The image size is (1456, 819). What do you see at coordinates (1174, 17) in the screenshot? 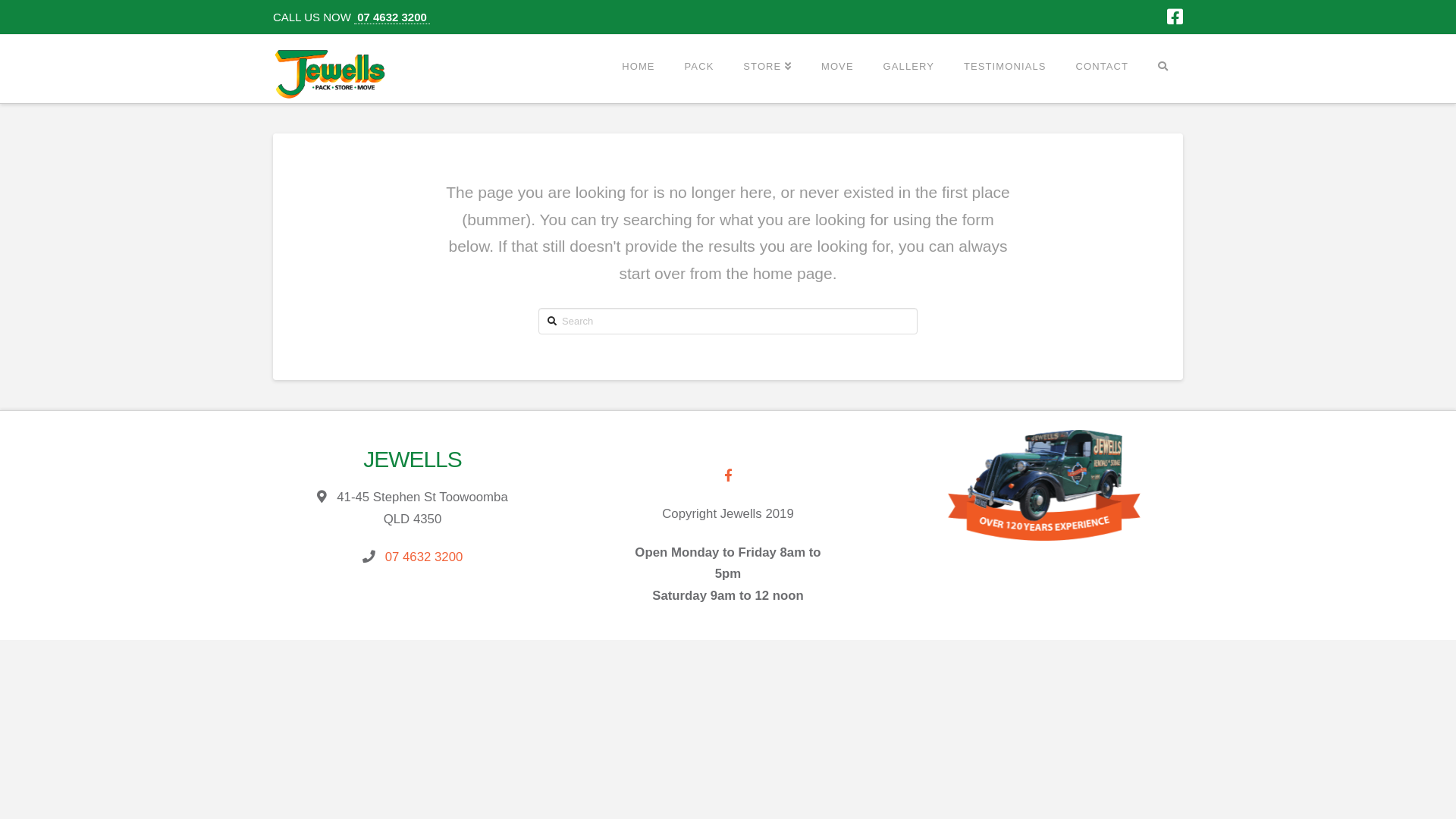
I see `'Facebook'` at bounding box center [1174, 17].